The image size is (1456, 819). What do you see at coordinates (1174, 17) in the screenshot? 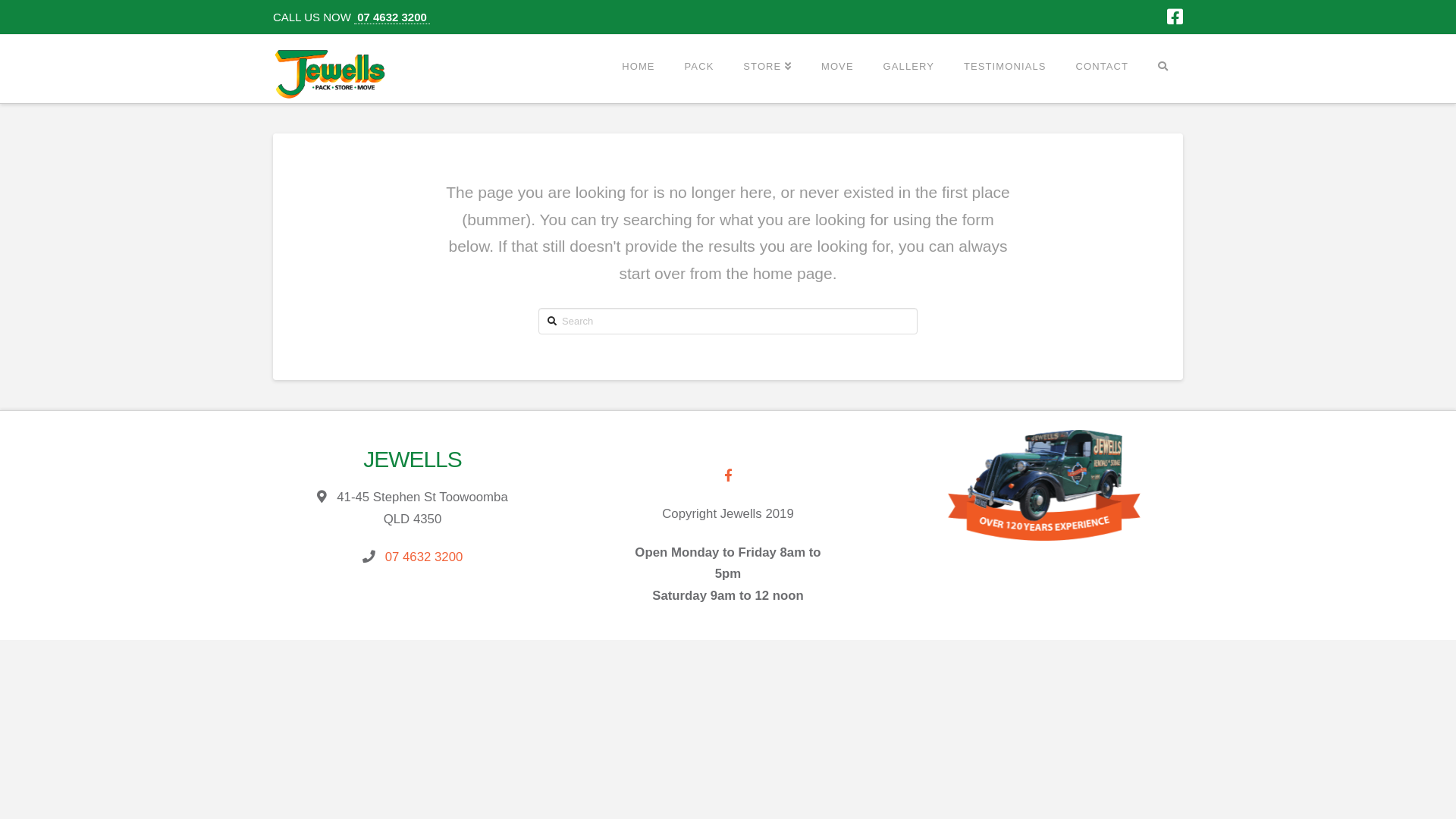
I see `'Facebook'` at bounding box center [1174, 17].